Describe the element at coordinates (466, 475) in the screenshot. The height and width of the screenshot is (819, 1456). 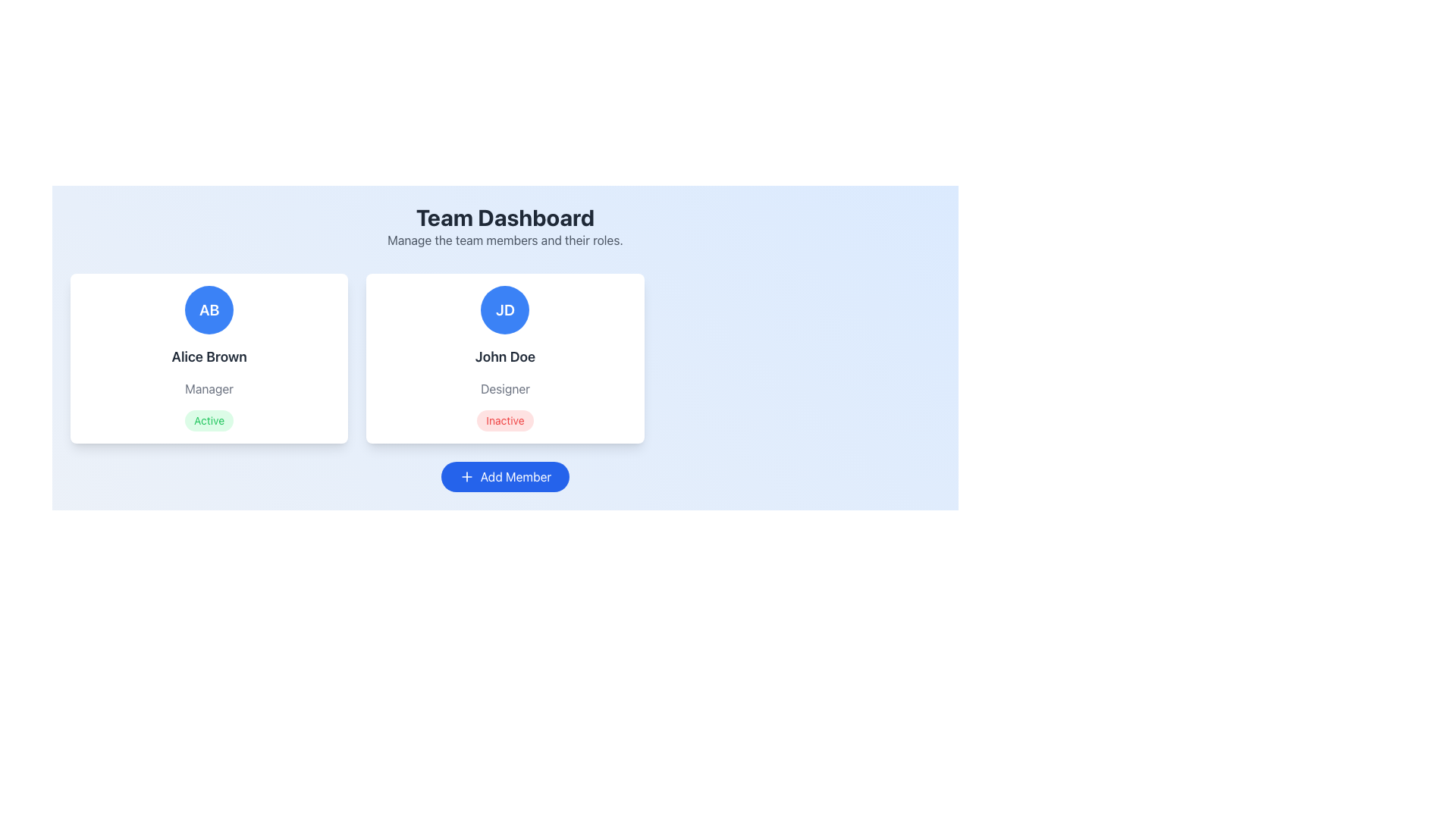
I see `the SVG-based icon located to the left of the 'Add Member' button, which symbolizes the action of adding a new member` at that location.